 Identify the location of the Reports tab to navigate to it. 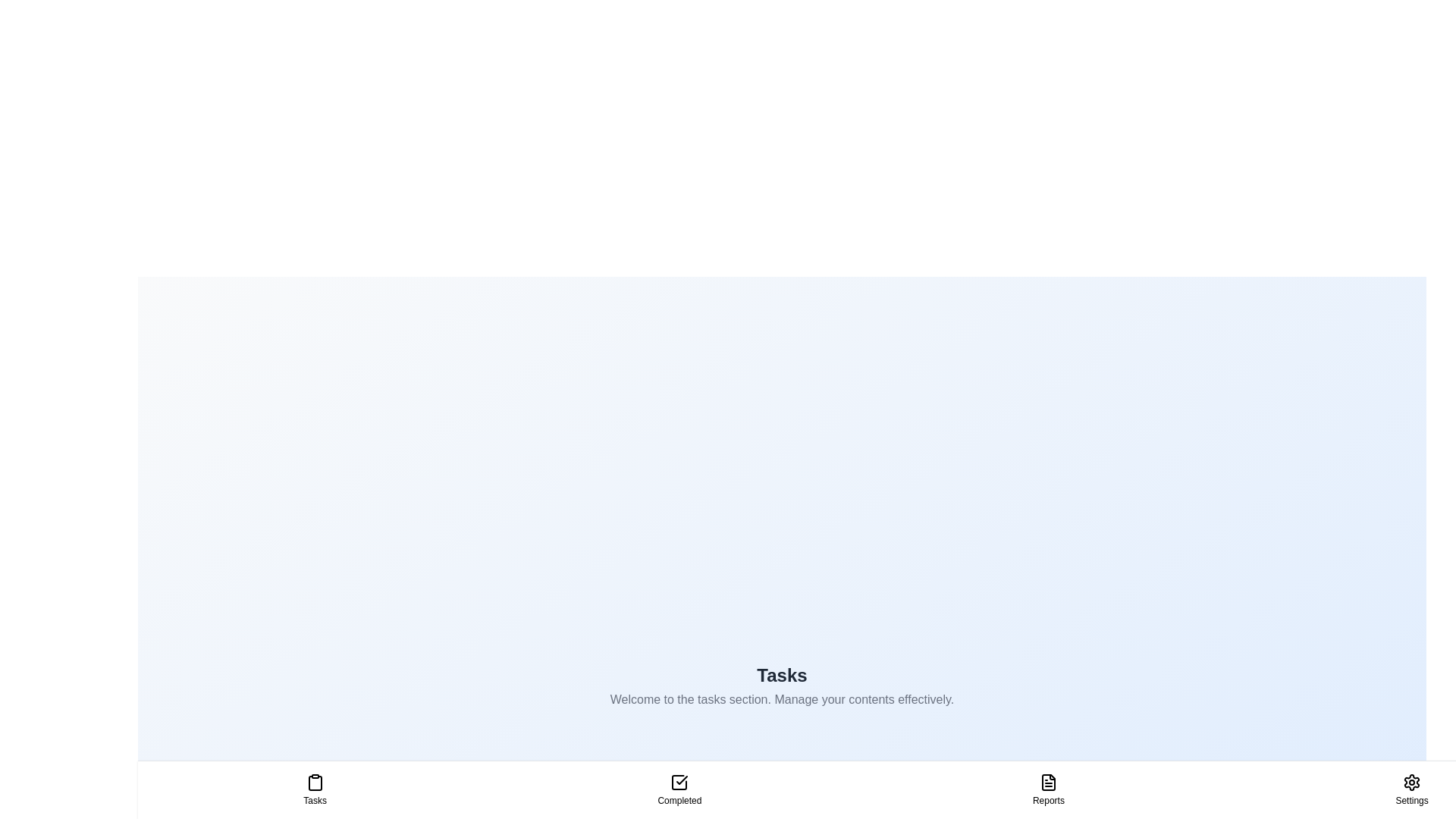
(1047, 789).